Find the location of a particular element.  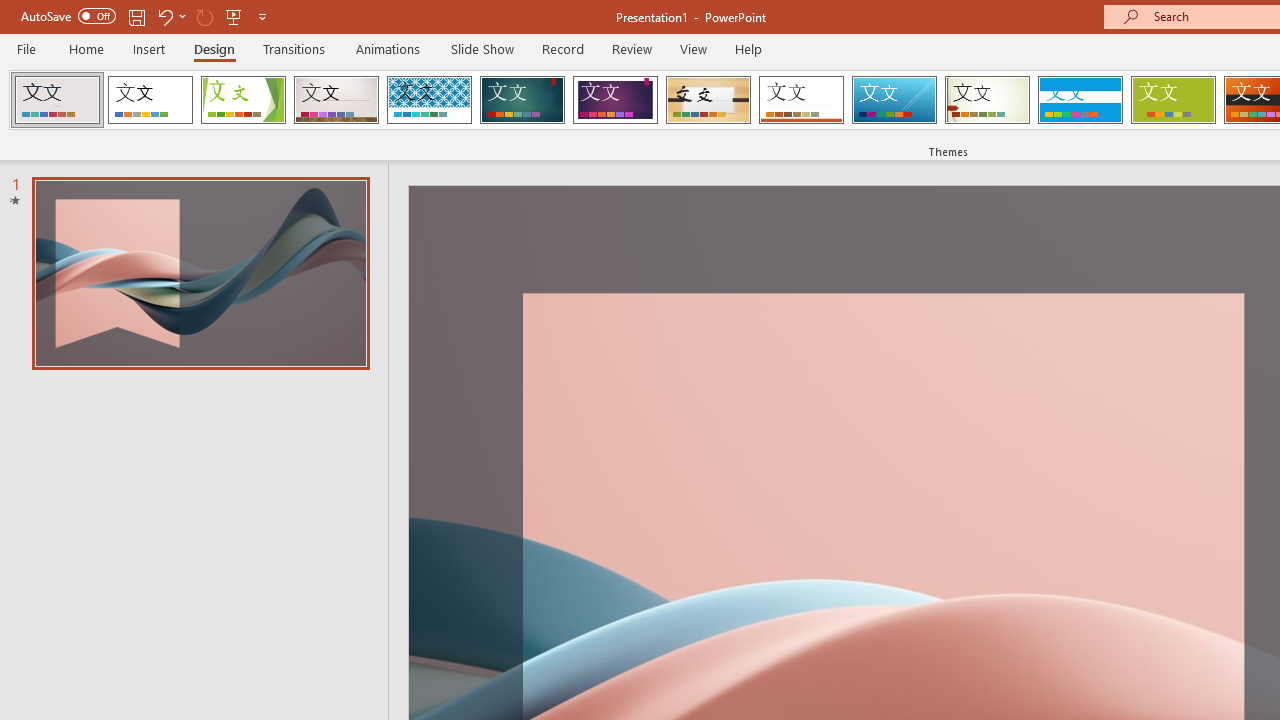

'Office Theme' is located at coordinates (149, 100).